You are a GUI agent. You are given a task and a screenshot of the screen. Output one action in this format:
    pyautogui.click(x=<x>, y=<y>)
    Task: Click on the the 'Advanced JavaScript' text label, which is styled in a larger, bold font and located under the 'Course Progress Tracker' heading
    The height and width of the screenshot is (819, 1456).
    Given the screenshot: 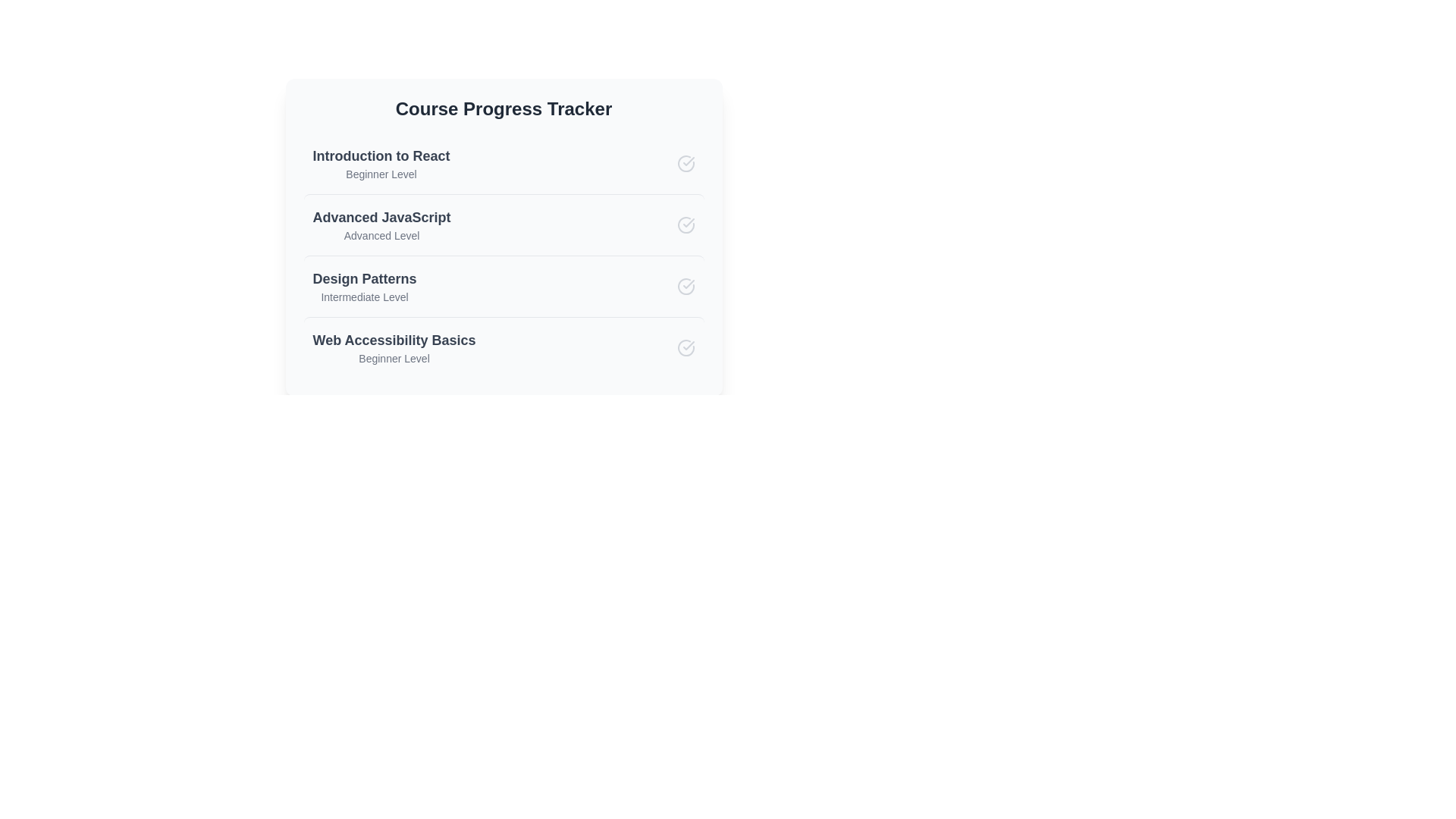 What is the action you would take?
    pyautogui.click(x=381, y=217)
    